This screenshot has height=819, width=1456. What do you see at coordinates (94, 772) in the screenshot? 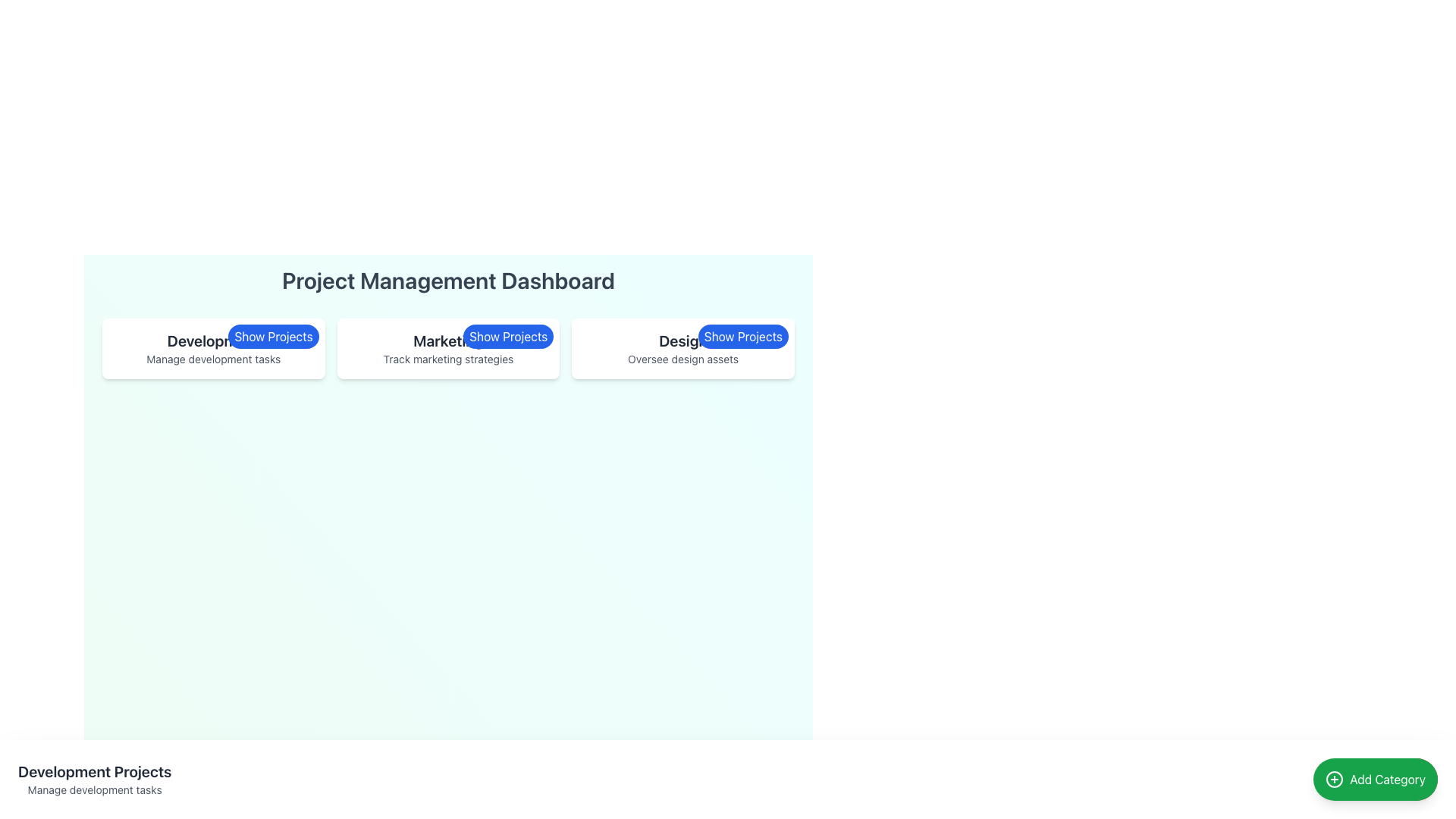
I see `the text label displaying 'Development Projects', which is a bold, large, dark gray title located in the leftmost card of the Project Management Dashboard` at bounding box center [94, 772].